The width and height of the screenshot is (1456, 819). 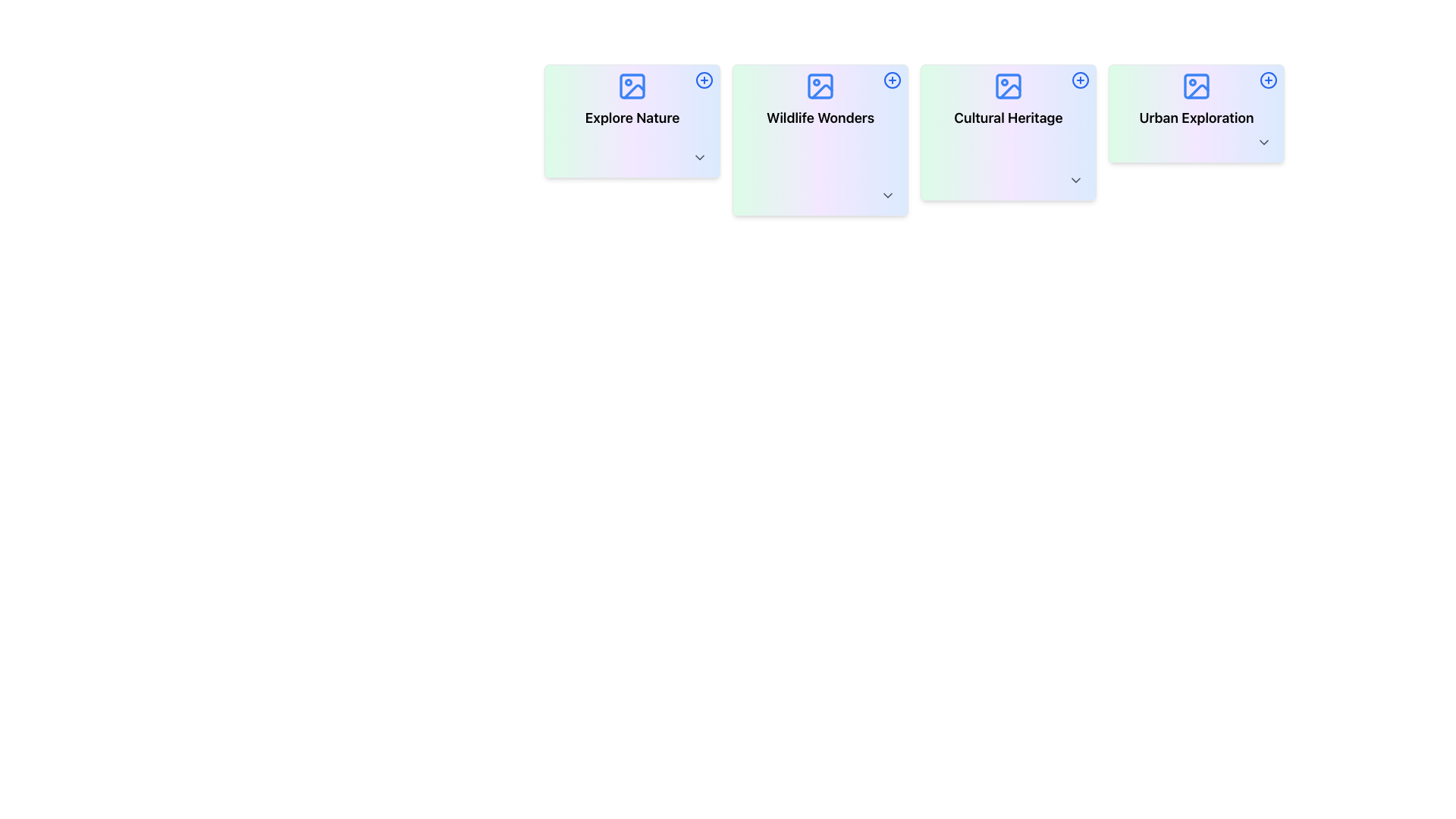 I want to click on the circular '+' button with a blue outline located in the top-right corner of the 'Cultural Heritage' tile, so click(x=1080, y=80).